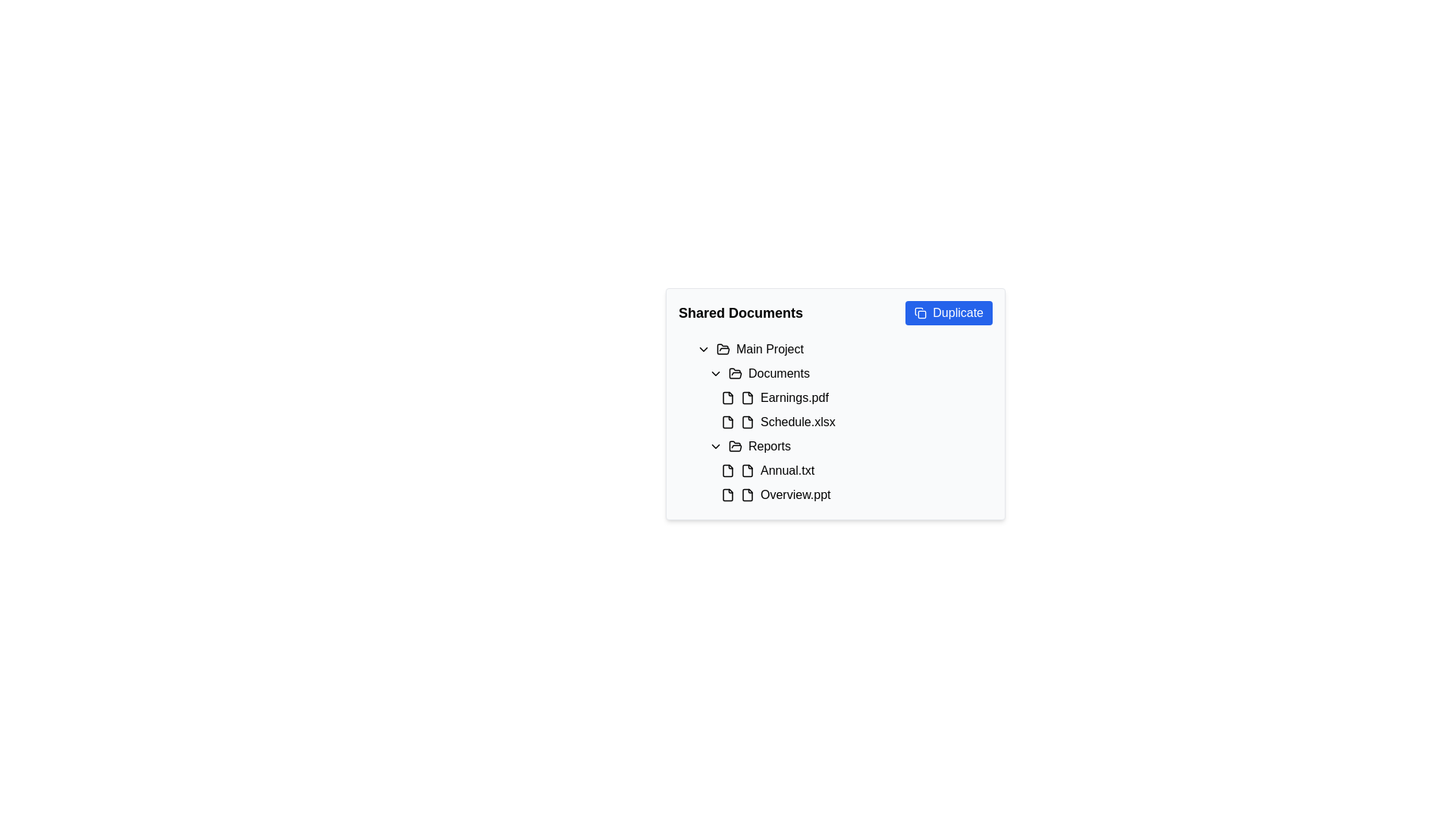 The width and height of the screenshot is (1456, 819). I want to click on the document icon representing the file 'Overview.ppt' in the directory tree display, which has a triangular folded corner indicating it is a document file, so click(728, 494).